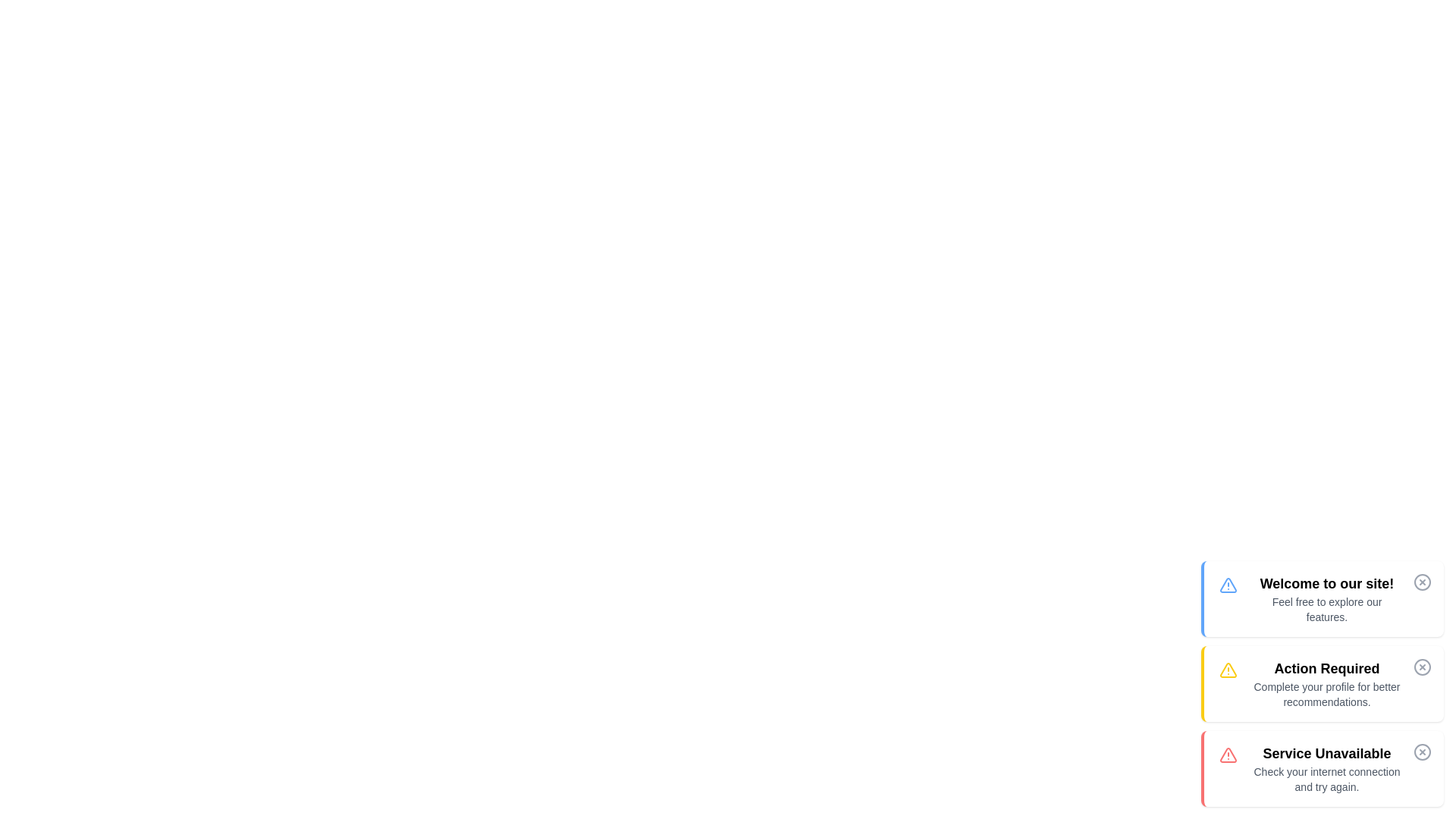 This screenshot has width=1456, height=819. What do you see at coordinates (1228, 584) in the screenshot?
I see `the alert or warning icon located on the left side of the first alert card in the topmost row of alert messages` at bounding box center [1228, 584].